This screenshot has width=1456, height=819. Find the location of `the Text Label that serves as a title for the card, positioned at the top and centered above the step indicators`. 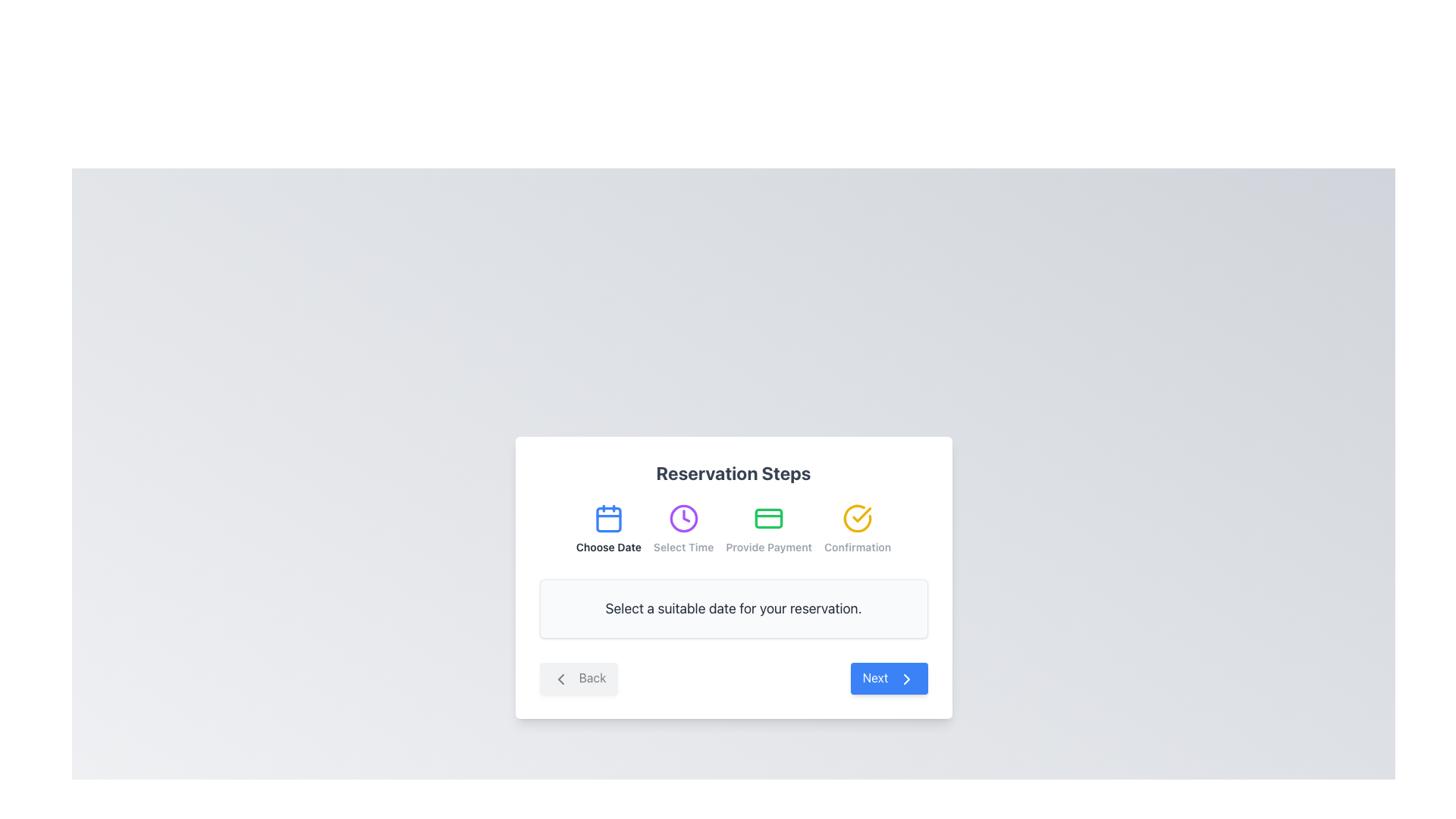

the Text Label that serves as a title for the card, positioned at the top and centered above the step indicators is located at coordinates (733, 472).